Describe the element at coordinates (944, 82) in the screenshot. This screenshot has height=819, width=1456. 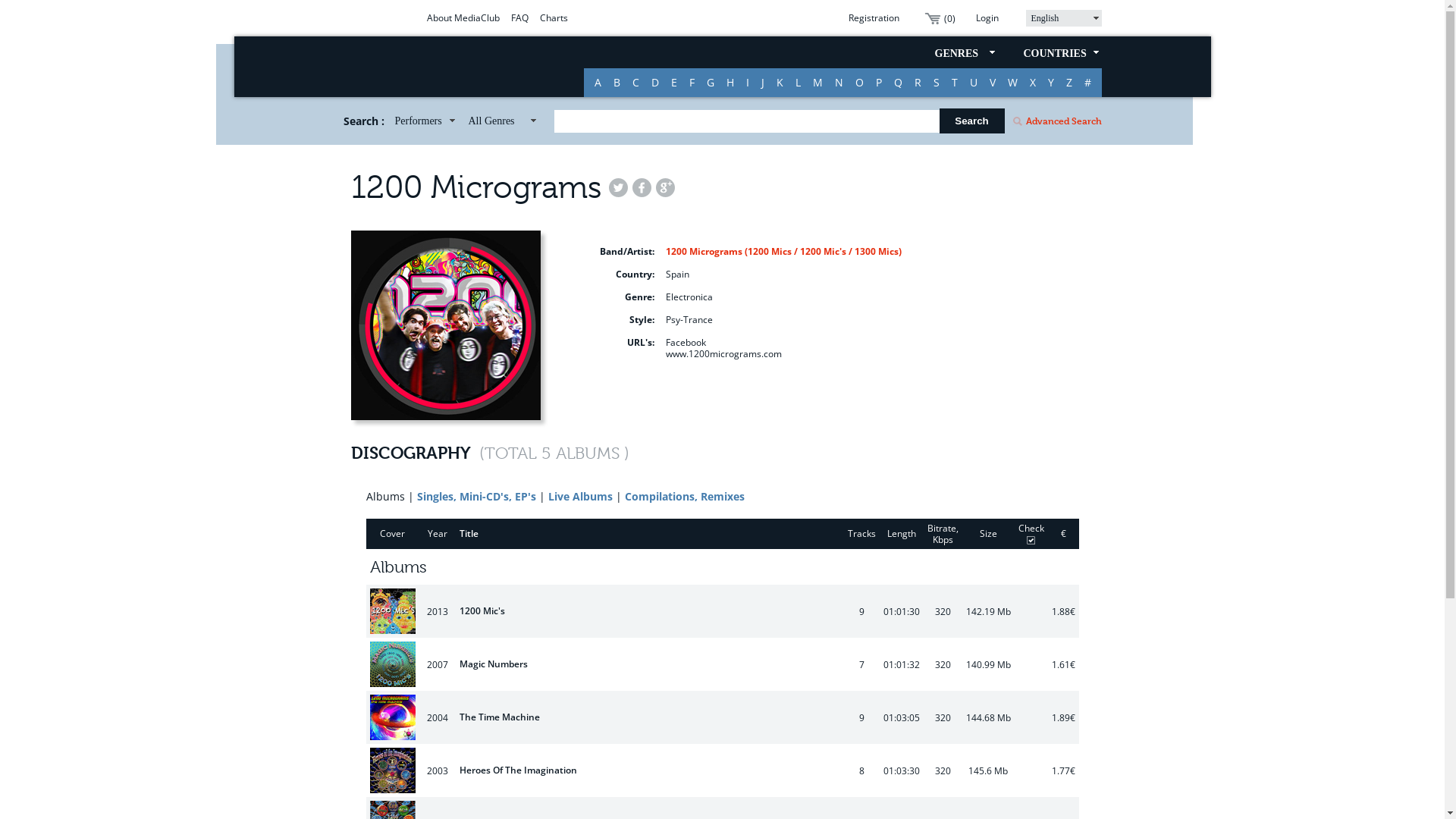
I see `'T'` at that location.